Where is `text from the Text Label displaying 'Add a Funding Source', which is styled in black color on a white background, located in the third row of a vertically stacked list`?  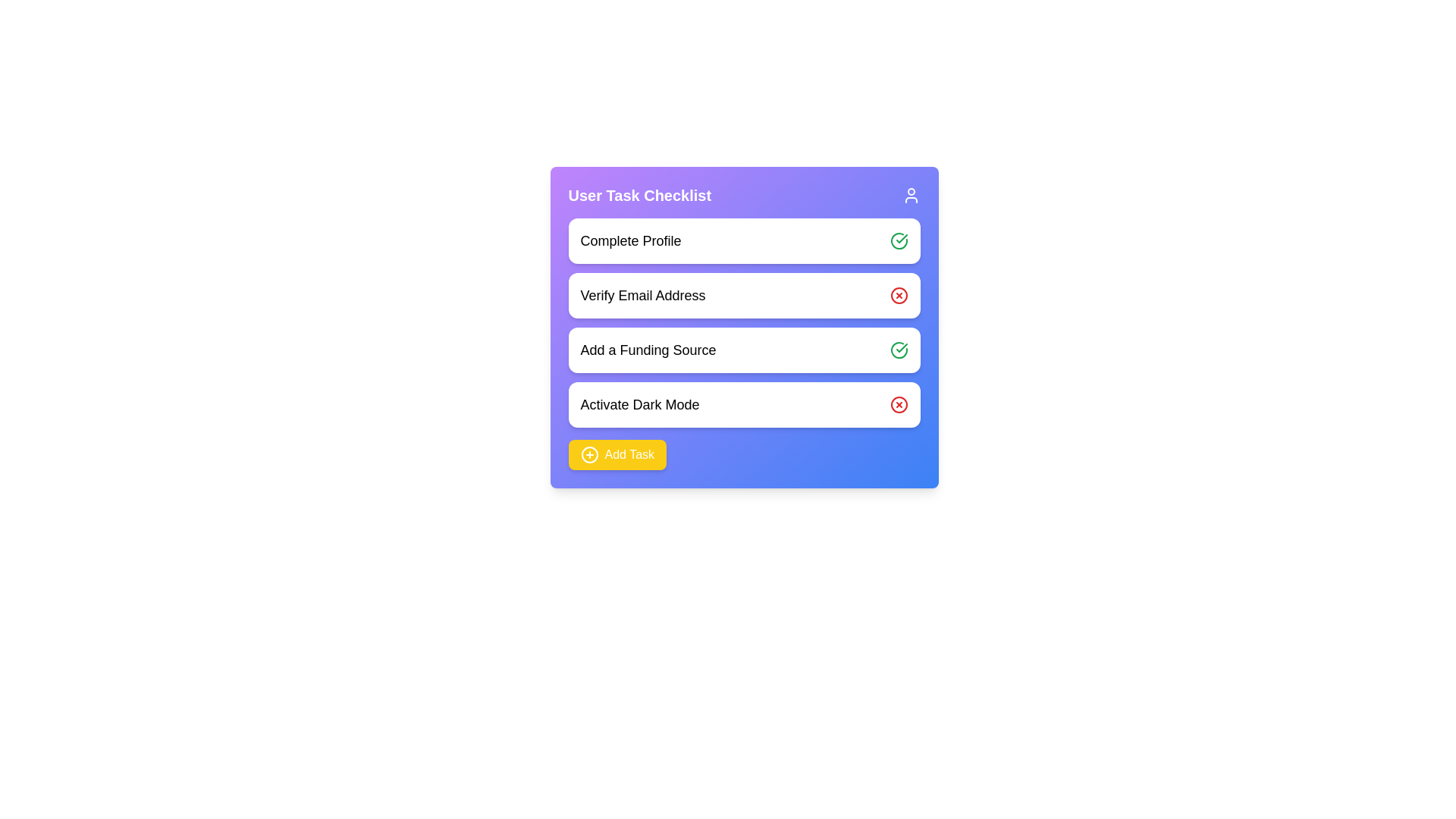
text from the Text Label displaying 'Add a Funding Source', which is styled in black color on a white background, located in the third row of a vertically stacked list is located at coordinates (648, 350).